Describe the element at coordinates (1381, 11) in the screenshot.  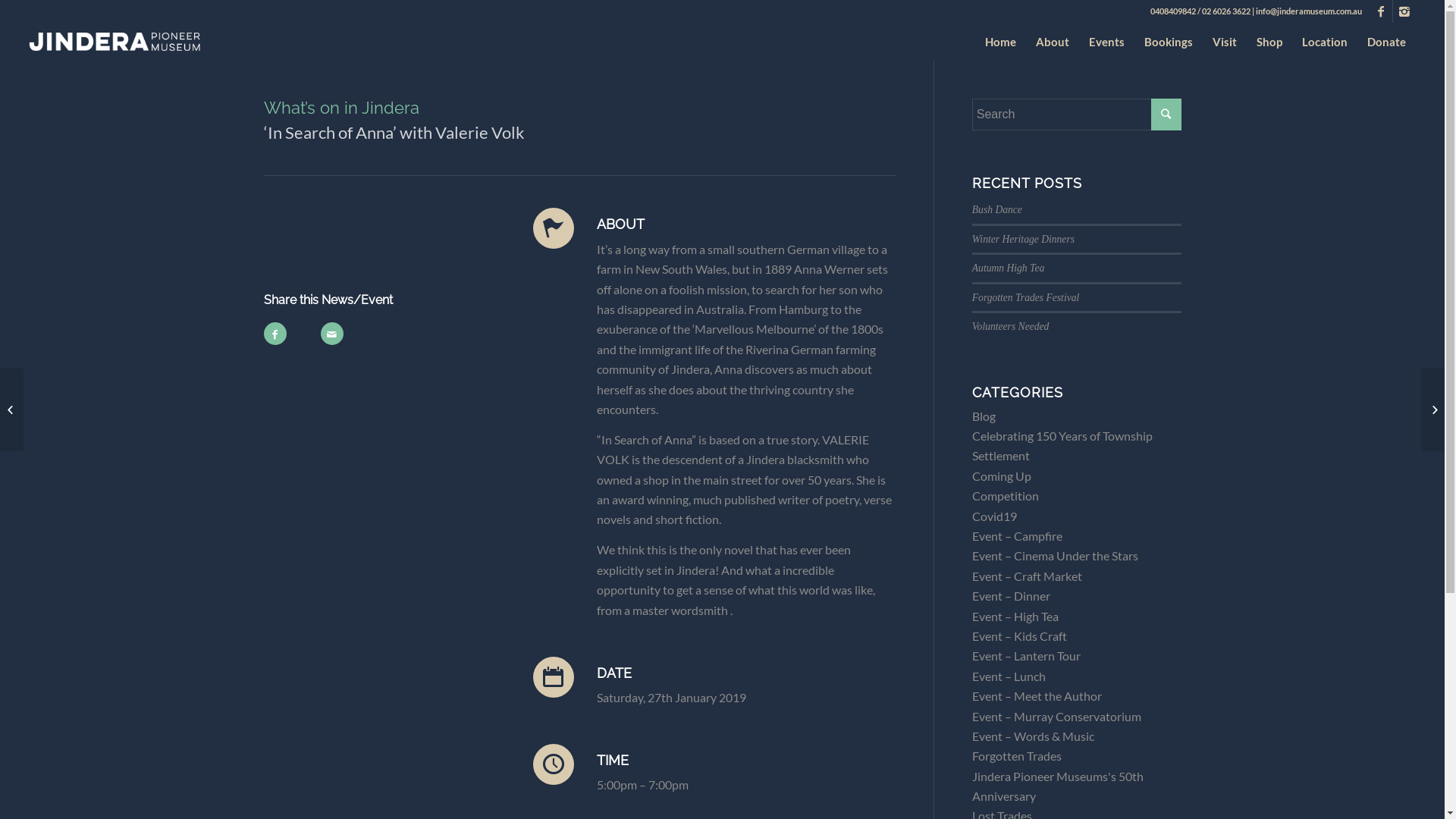
I see `'Facebook'` at that location.